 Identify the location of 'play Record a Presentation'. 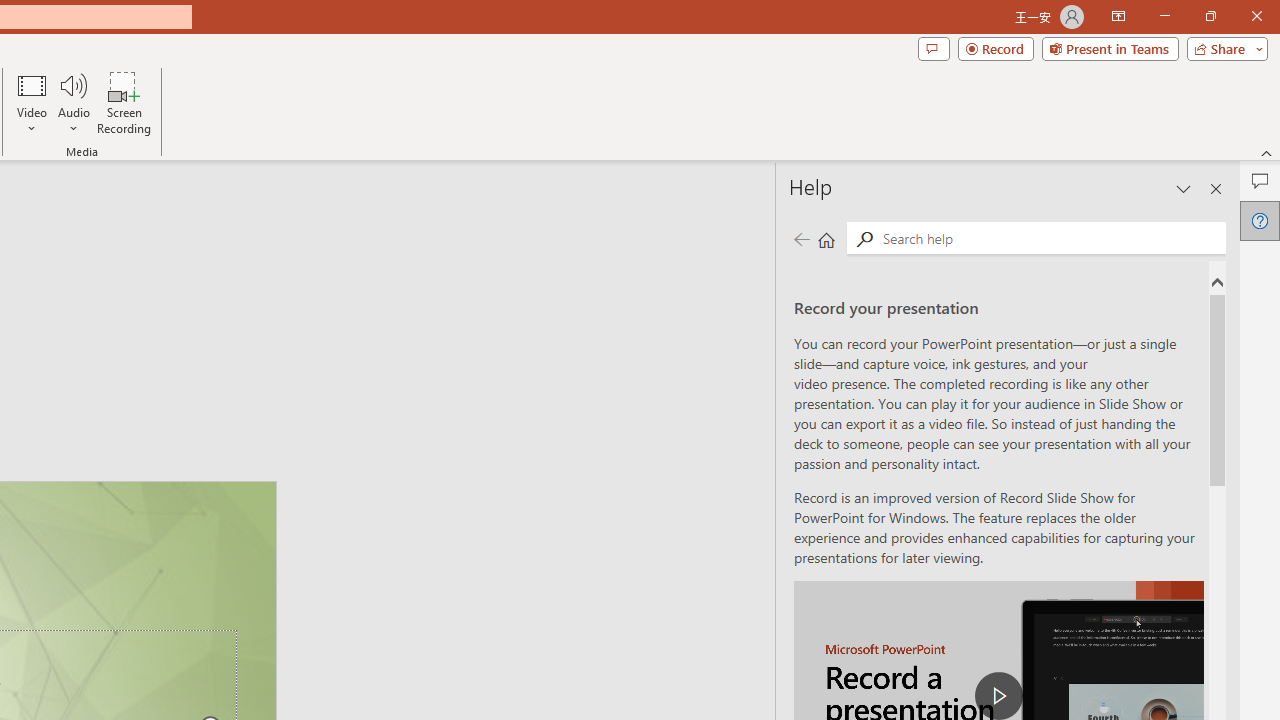
(999, 694).